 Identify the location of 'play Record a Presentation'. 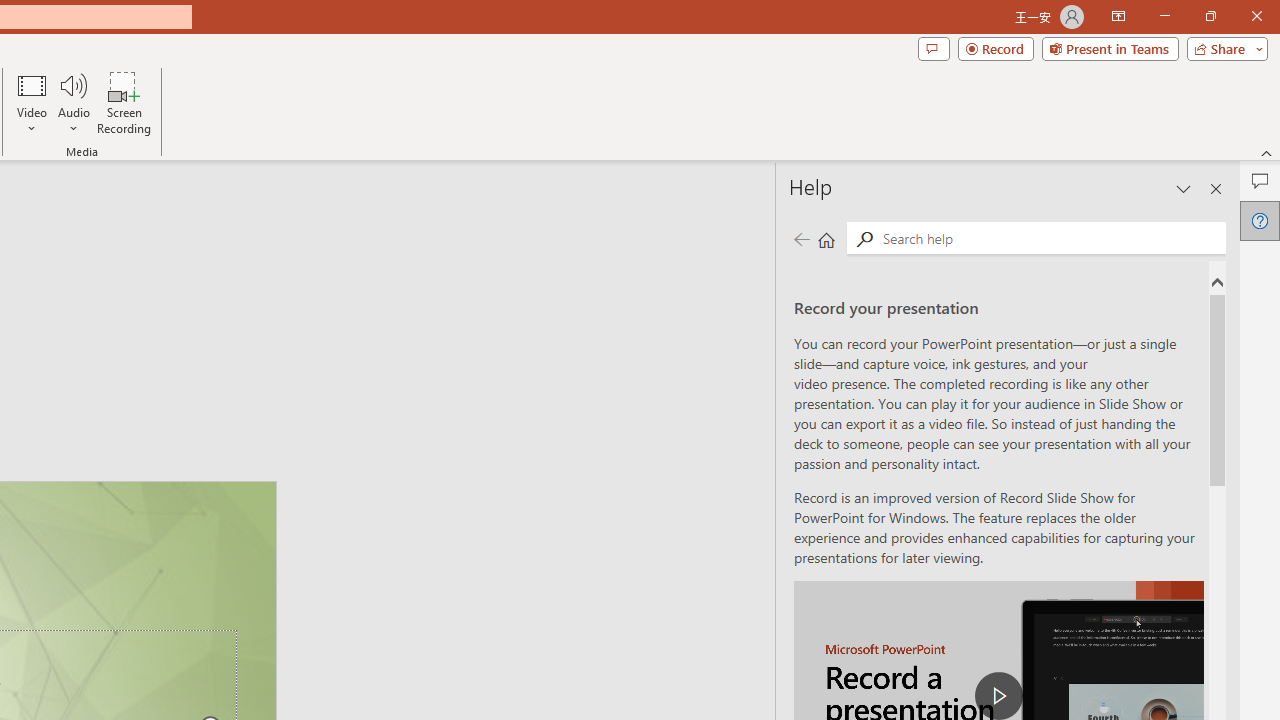
(999, 694).